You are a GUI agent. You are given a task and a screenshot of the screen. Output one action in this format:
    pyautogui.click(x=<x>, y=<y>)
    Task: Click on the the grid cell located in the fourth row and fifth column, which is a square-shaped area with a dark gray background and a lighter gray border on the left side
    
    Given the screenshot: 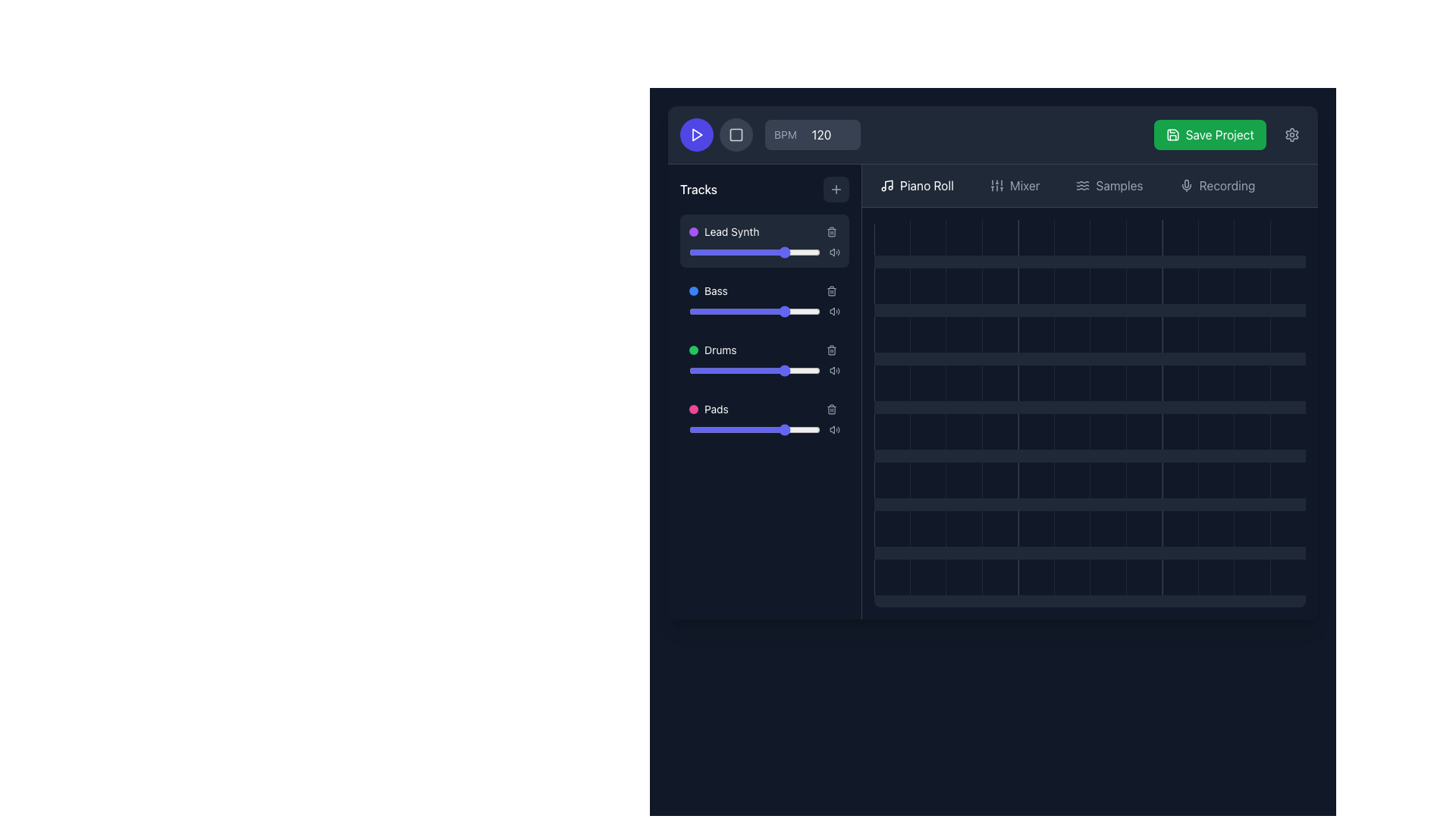 What is the action you would take?
    pyautogui.click(x=1035, y=382)
    